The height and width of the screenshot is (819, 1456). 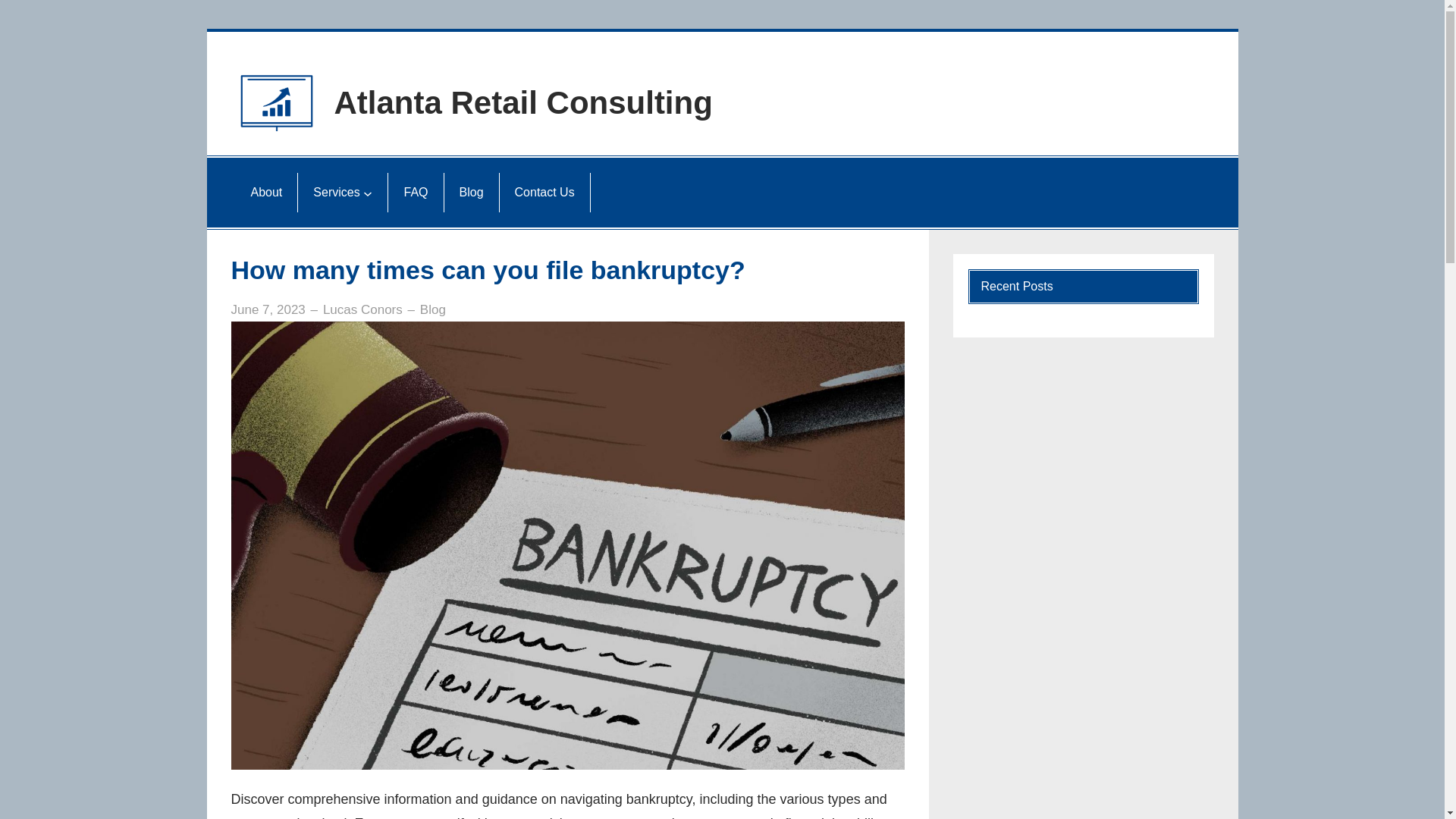 What do you see at coordinates (335, 192) in the screenshot?
I see `'Services'` at bounding box center [335, 192].